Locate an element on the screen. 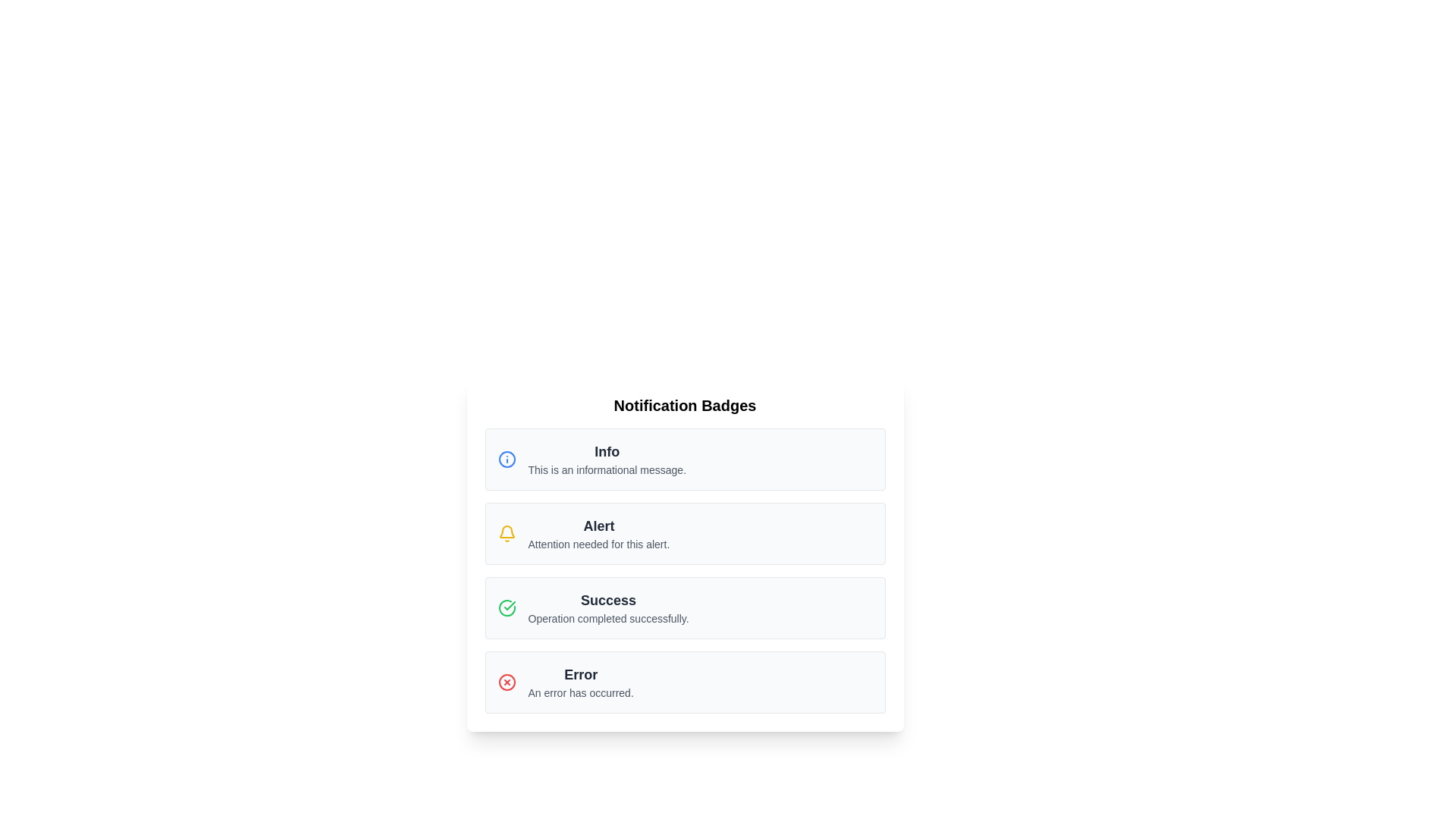  the 'Error' notification text block, which contains the bold text 'Error' and the subtitle 'An error has occurred.' to acknowledge the error is located at coordinates (580, 681).